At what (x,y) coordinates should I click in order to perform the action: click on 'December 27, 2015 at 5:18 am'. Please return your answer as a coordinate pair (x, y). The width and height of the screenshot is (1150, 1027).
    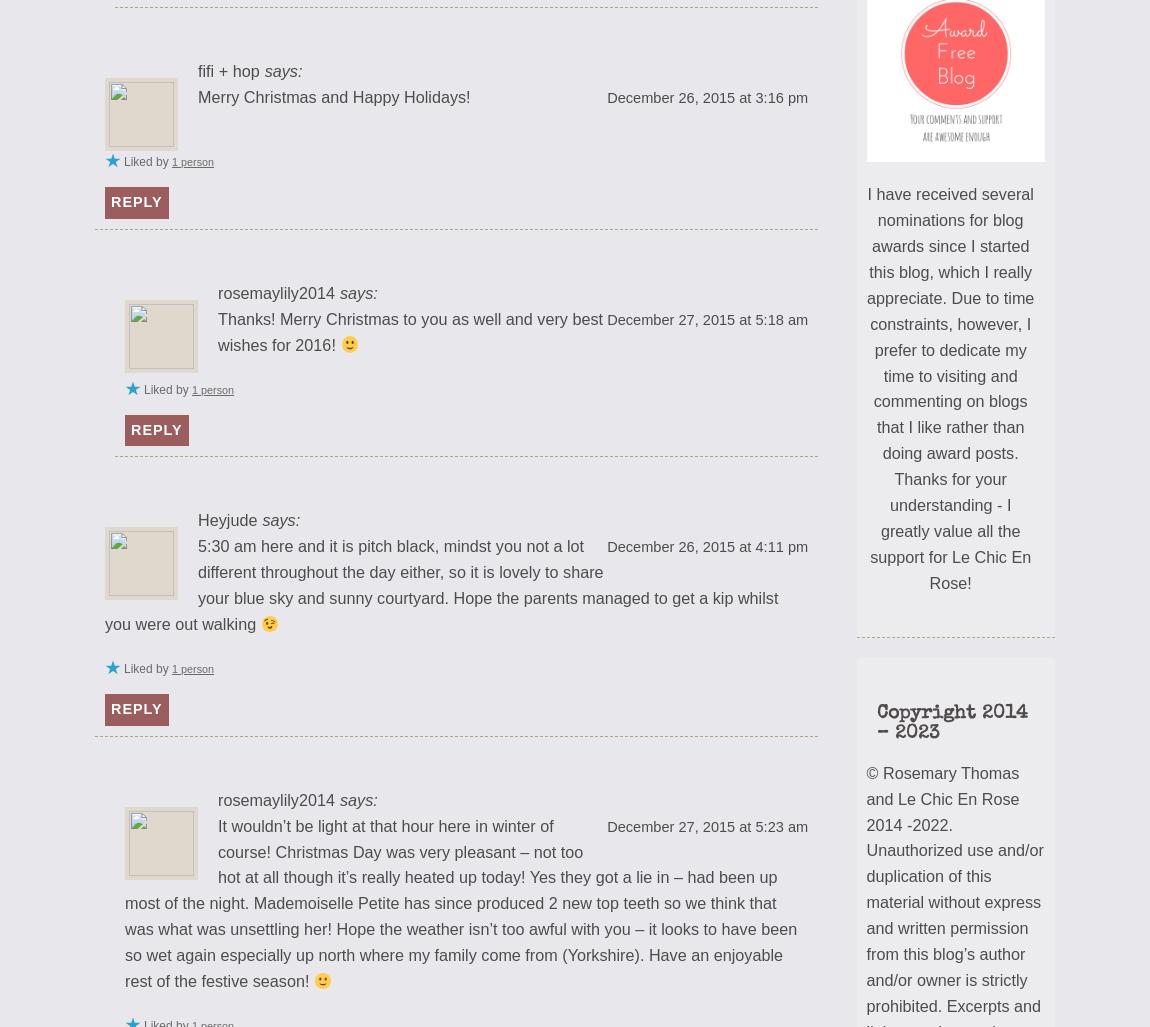
    Looking at the image, I should click on (706, 319).